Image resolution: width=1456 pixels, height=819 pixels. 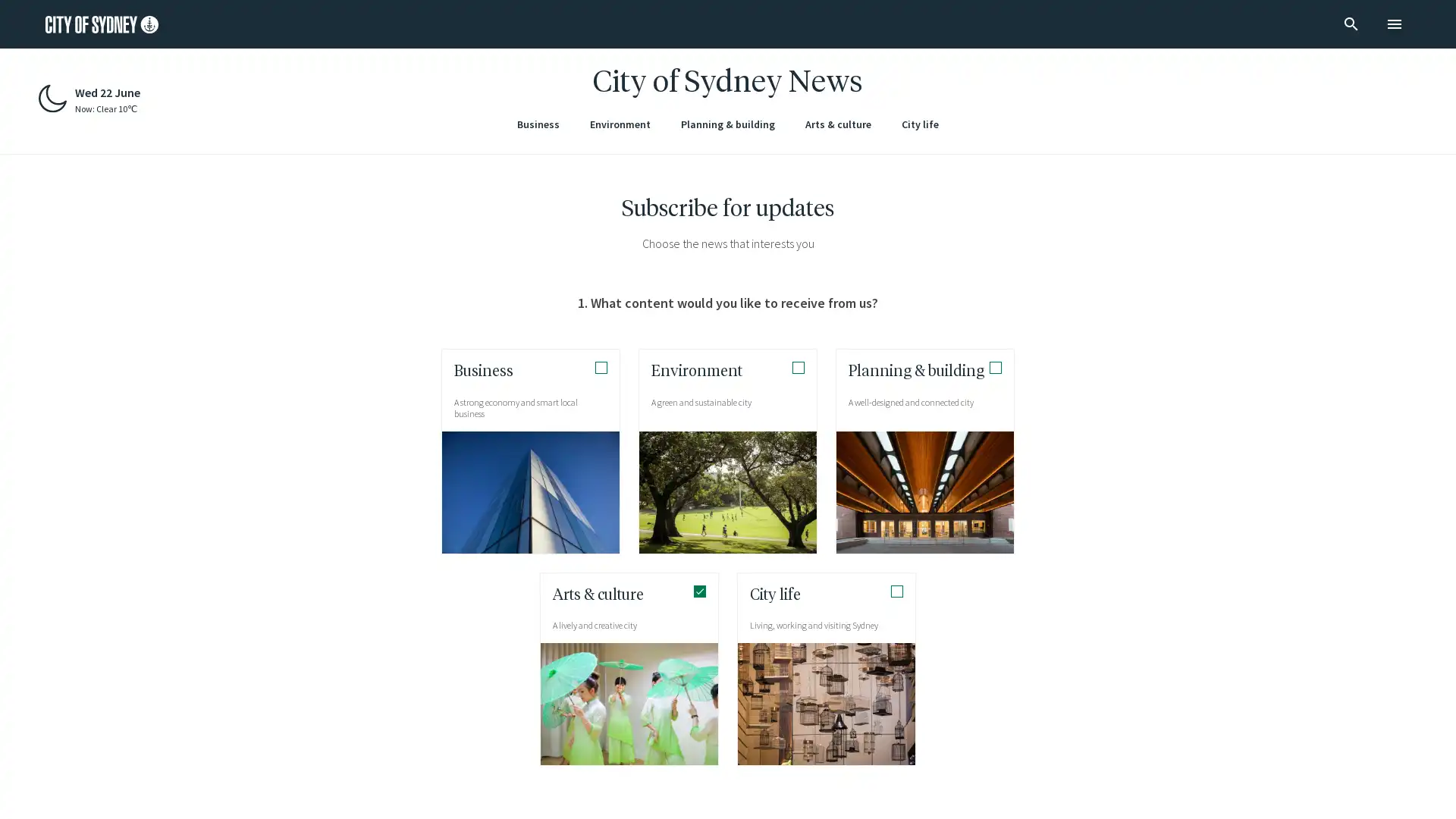 I want to click on search, so click(x=1351, y=24).